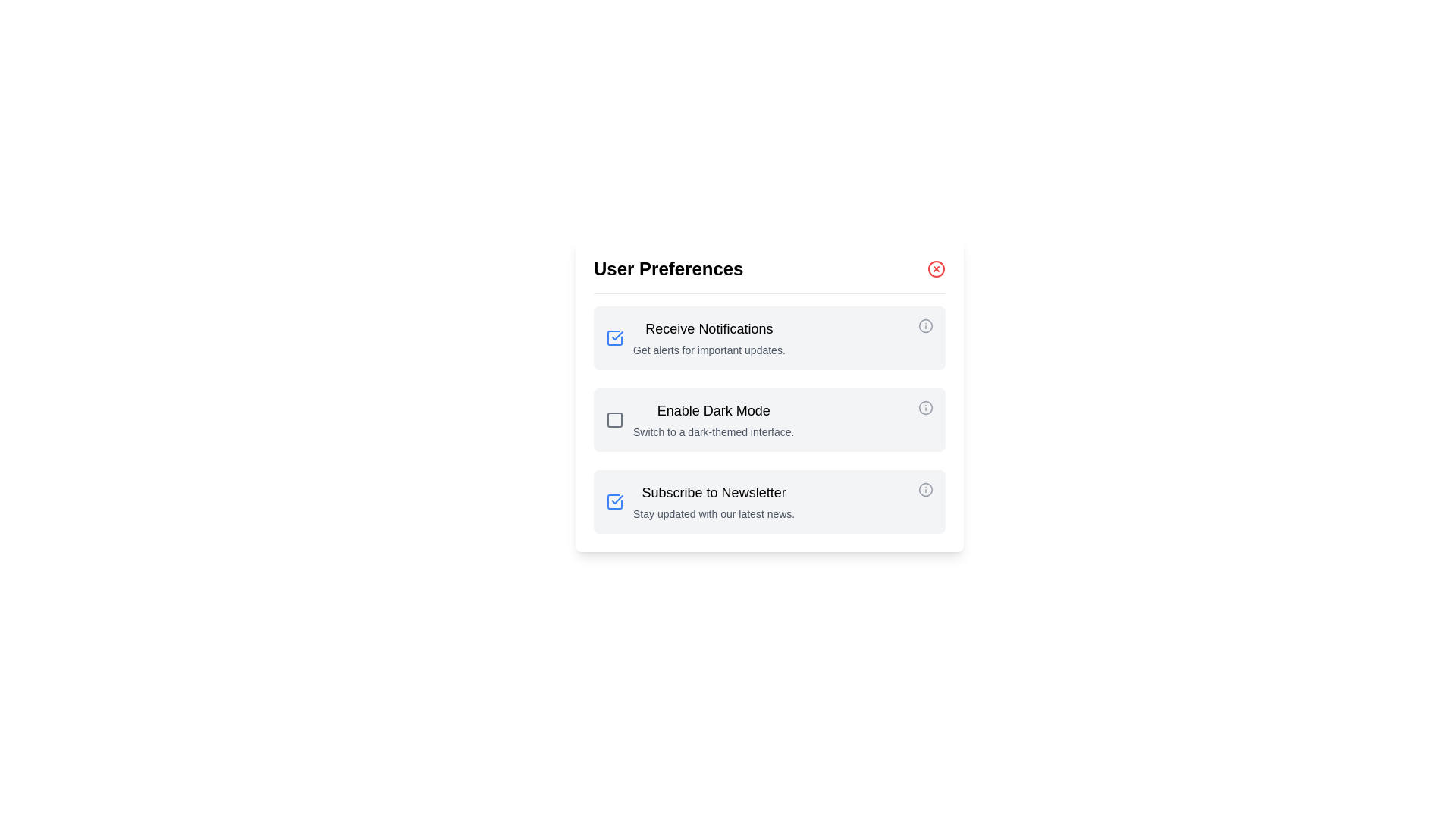 The height and width of the screenshot is (819, 1456). Describe the element at coordinates (924, 337) in the screenshot. I see `the small gray circle containing an 'i' icon located at the far-right of the 'Receive Notifications' section` at that location.